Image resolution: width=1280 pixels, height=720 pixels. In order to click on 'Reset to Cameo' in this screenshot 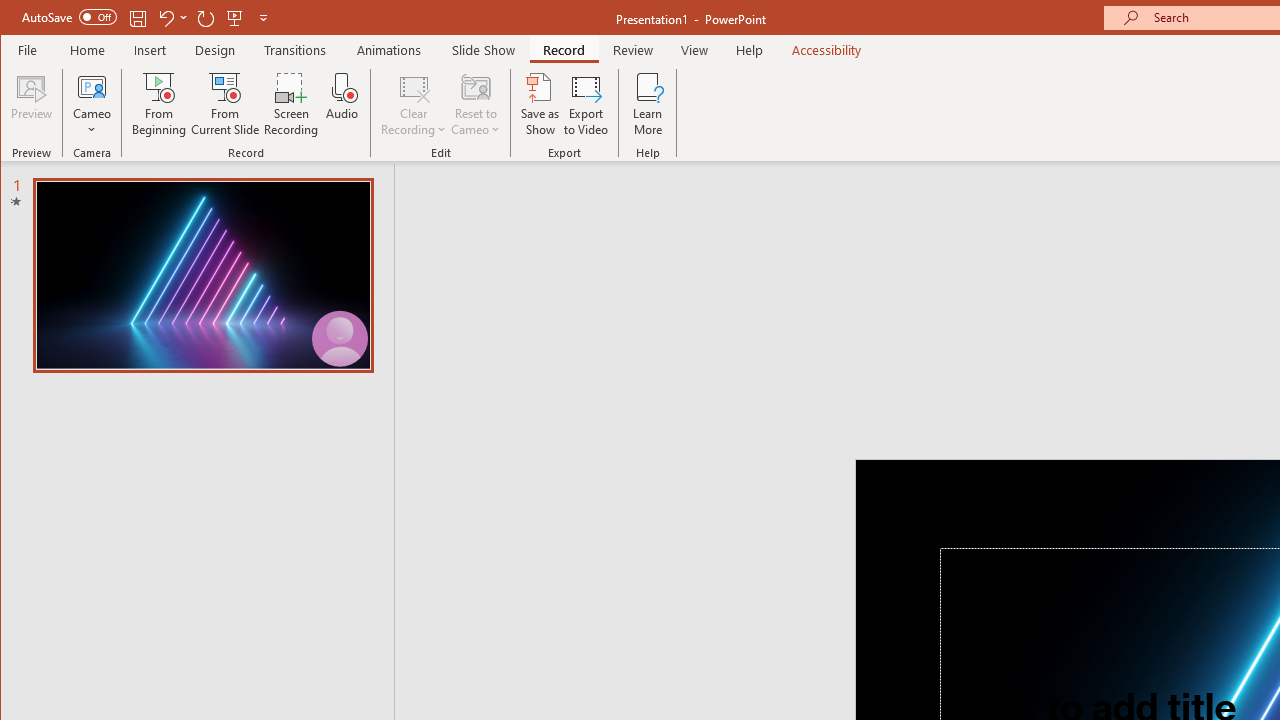, I will do `click(475, 104)`.